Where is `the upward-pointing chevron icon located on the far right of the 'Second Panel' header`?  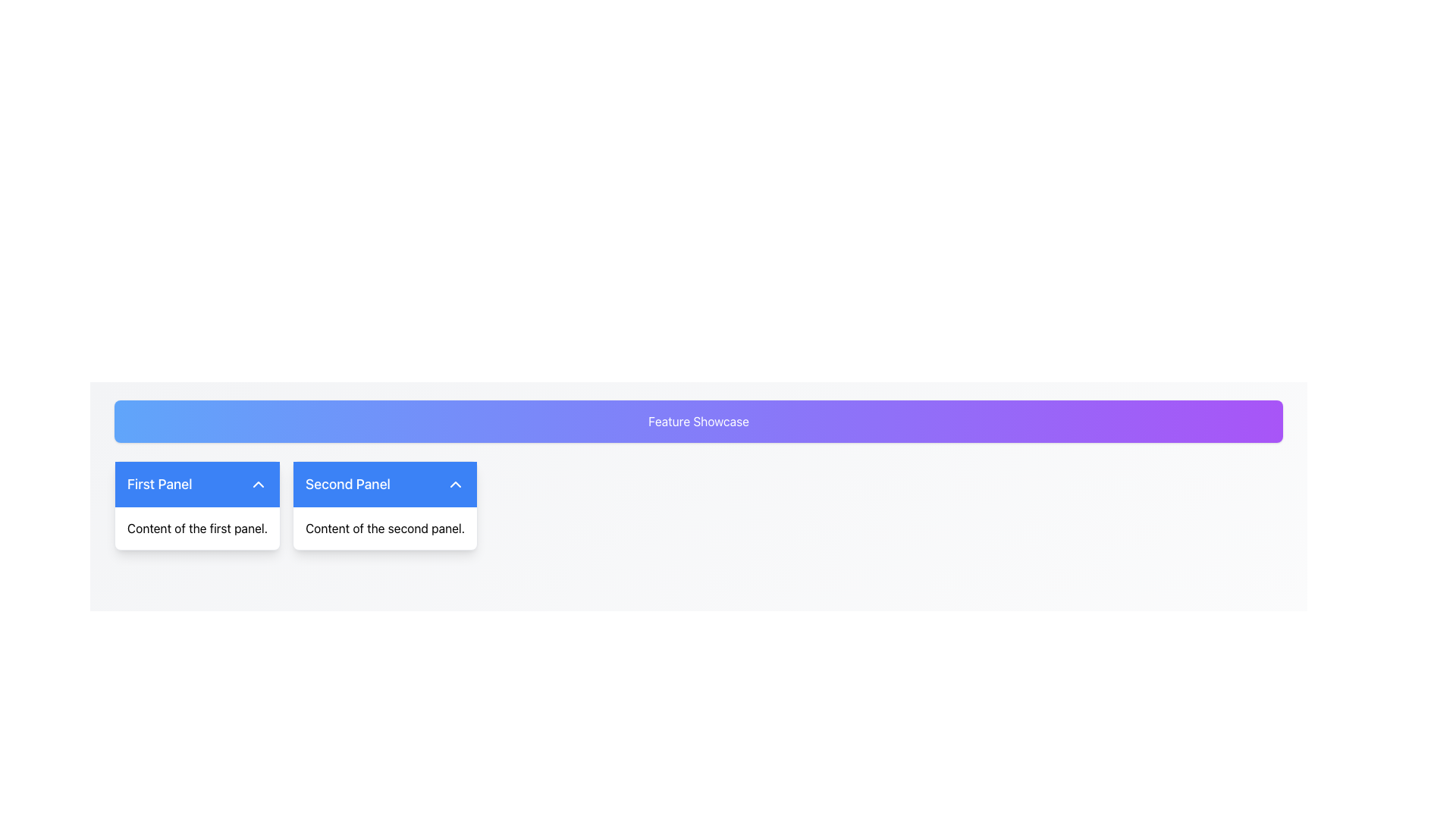
the upward-pointing chevron icon located on the far right of the 'Second Panel' header is located at coordinates (455, 485).